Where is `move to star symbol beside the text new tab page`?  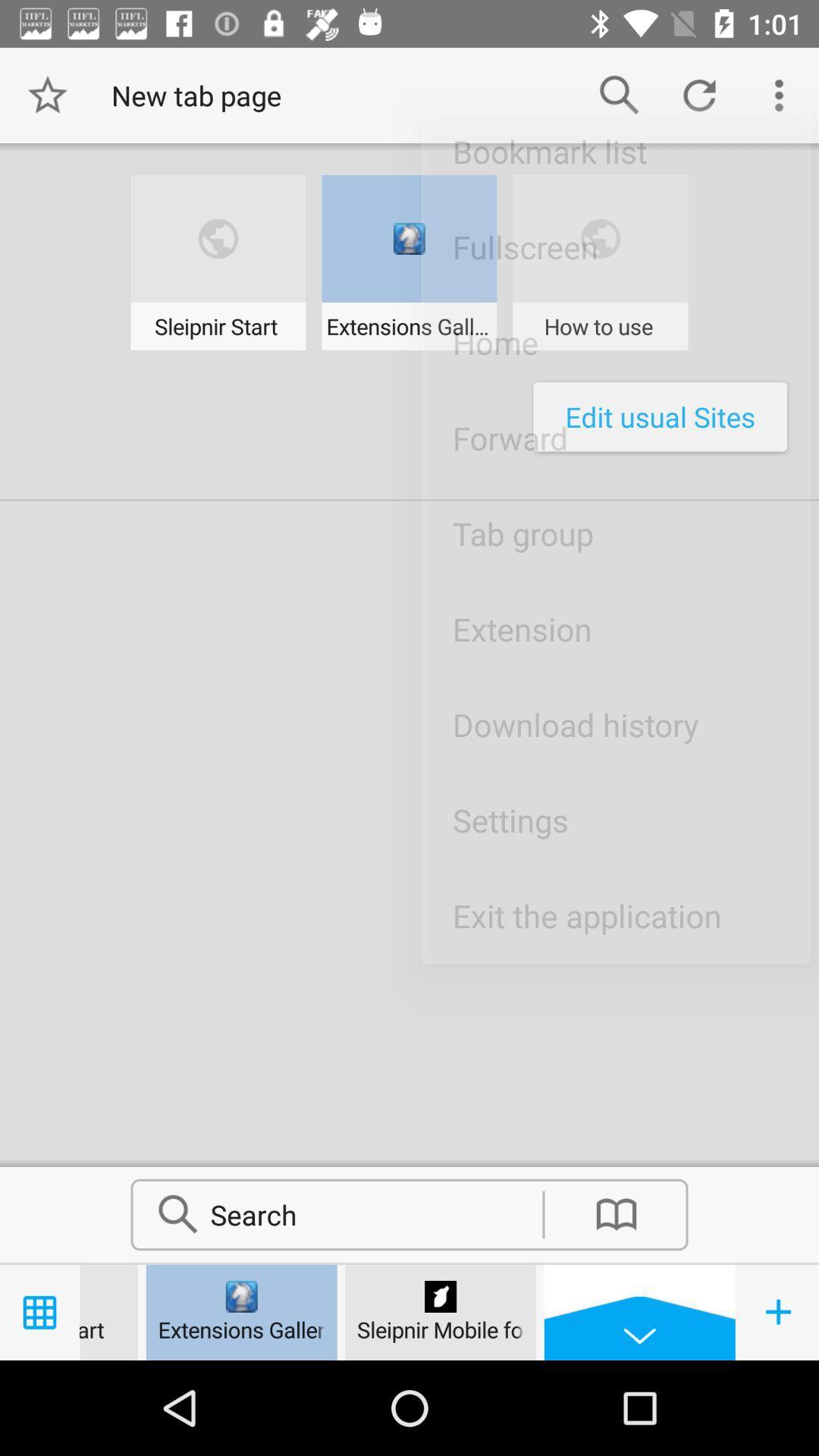
move to star symbol beside the text new tab page is located at coordinates (47, 94).